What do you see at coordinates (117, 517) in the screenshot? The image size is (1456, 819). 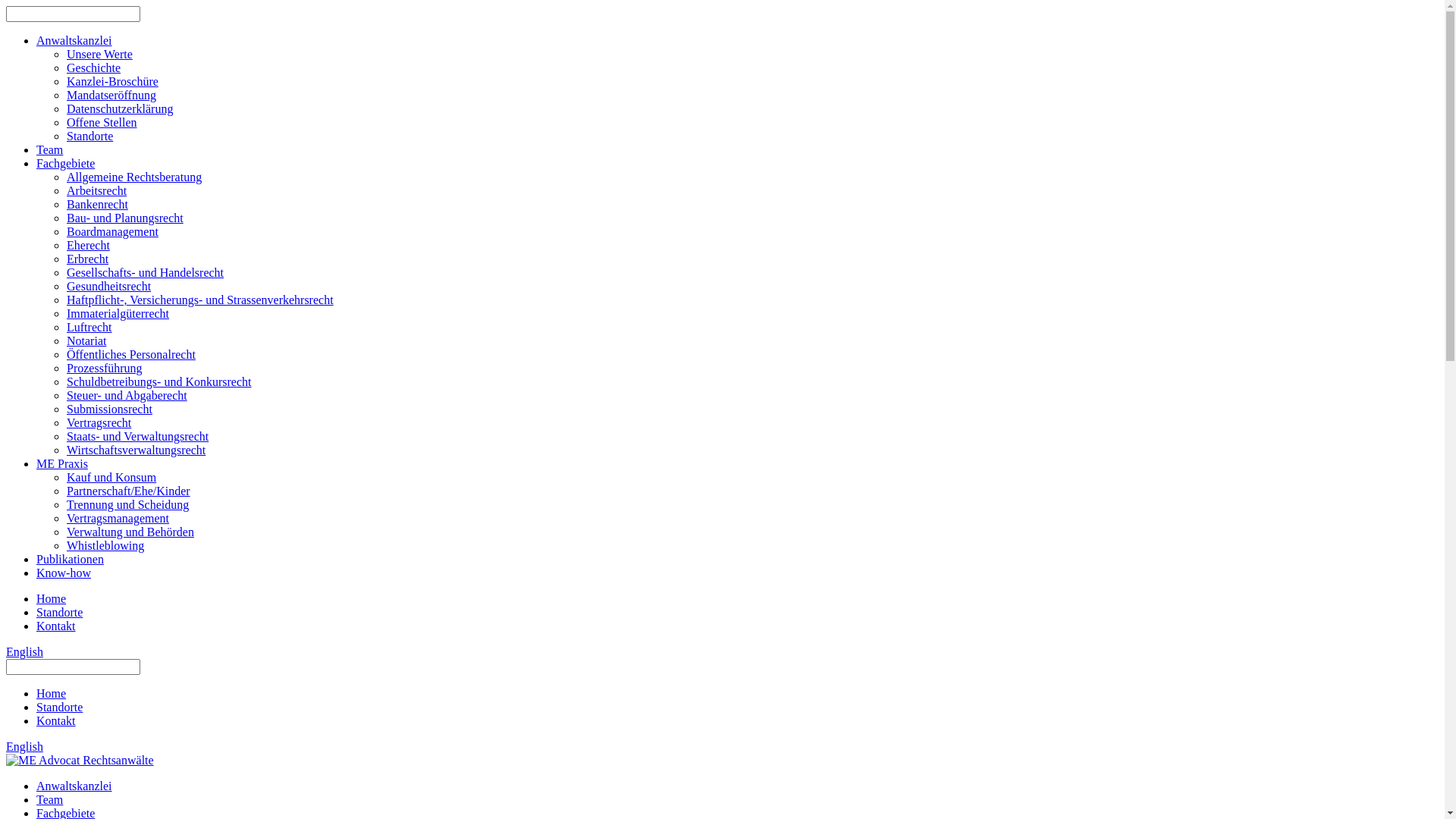 I see `'Vertragsmanagement'` at bounding box center [117, 517].